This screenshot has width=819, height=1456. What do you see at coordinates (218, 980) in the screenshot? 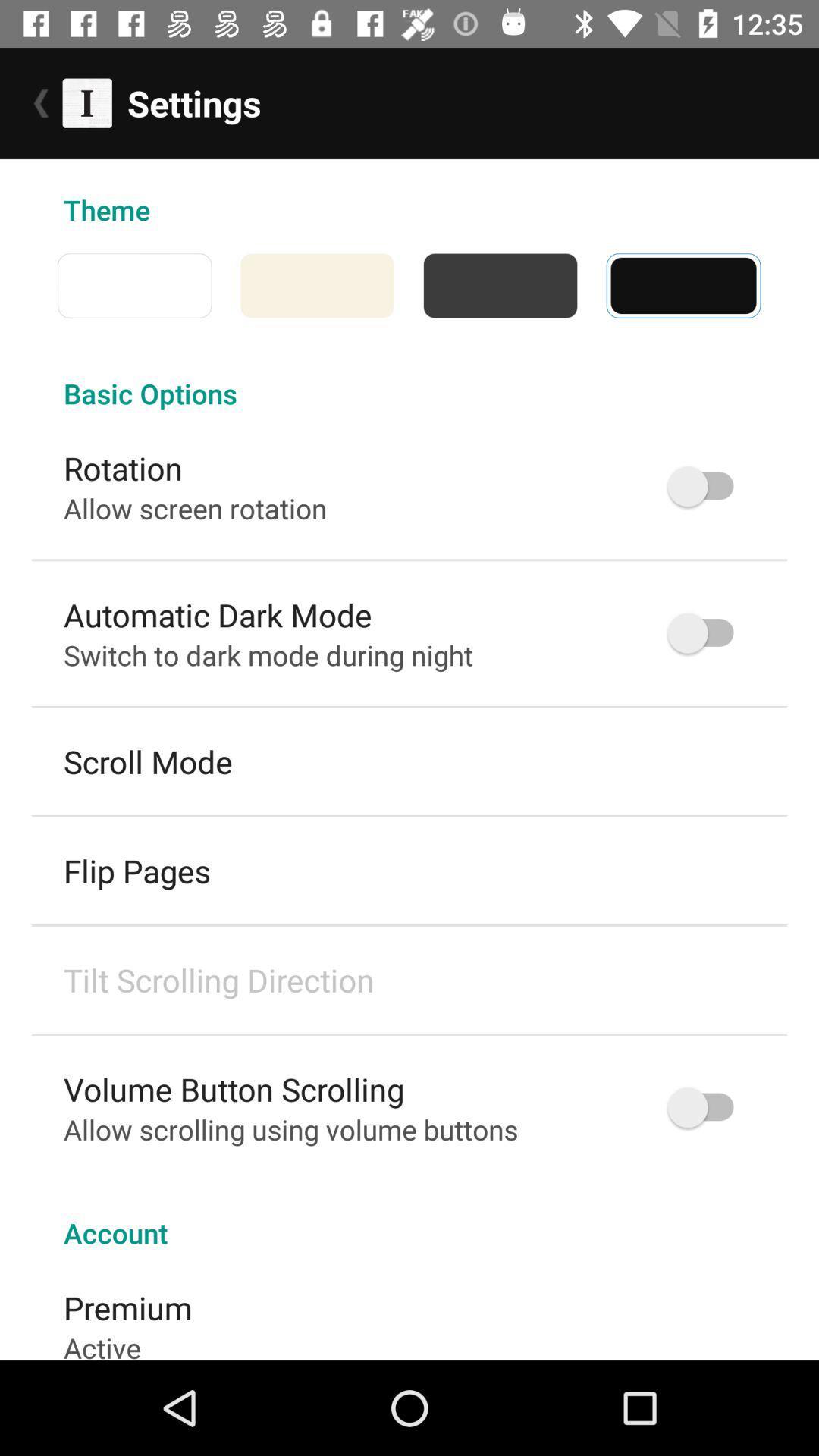
I see `the tilt scrolling direction` at bounding box center [218, 980].